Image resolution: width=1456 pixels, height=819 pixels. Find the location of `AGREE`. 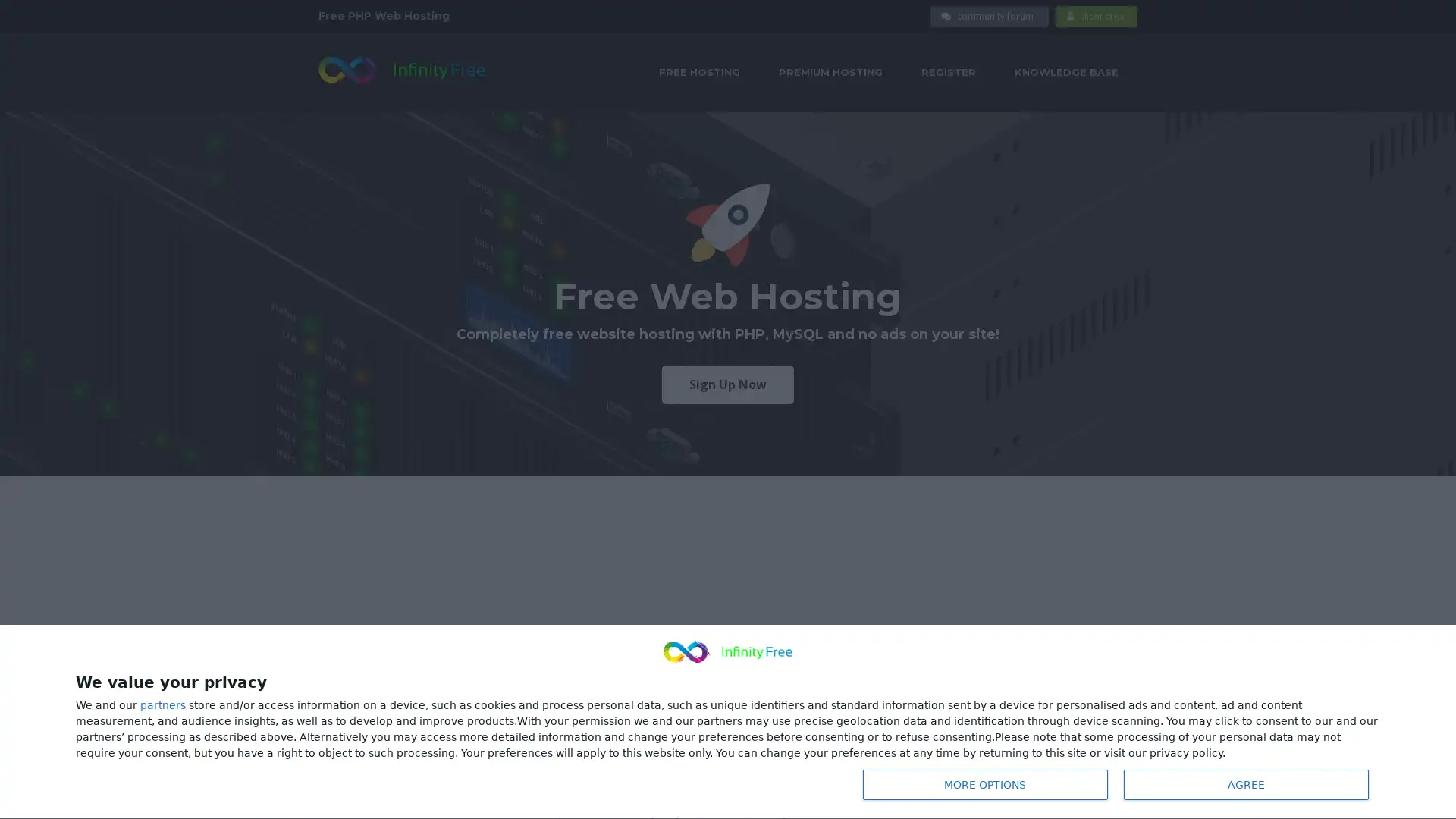

AGREE is located at coordinates (1244, 784).